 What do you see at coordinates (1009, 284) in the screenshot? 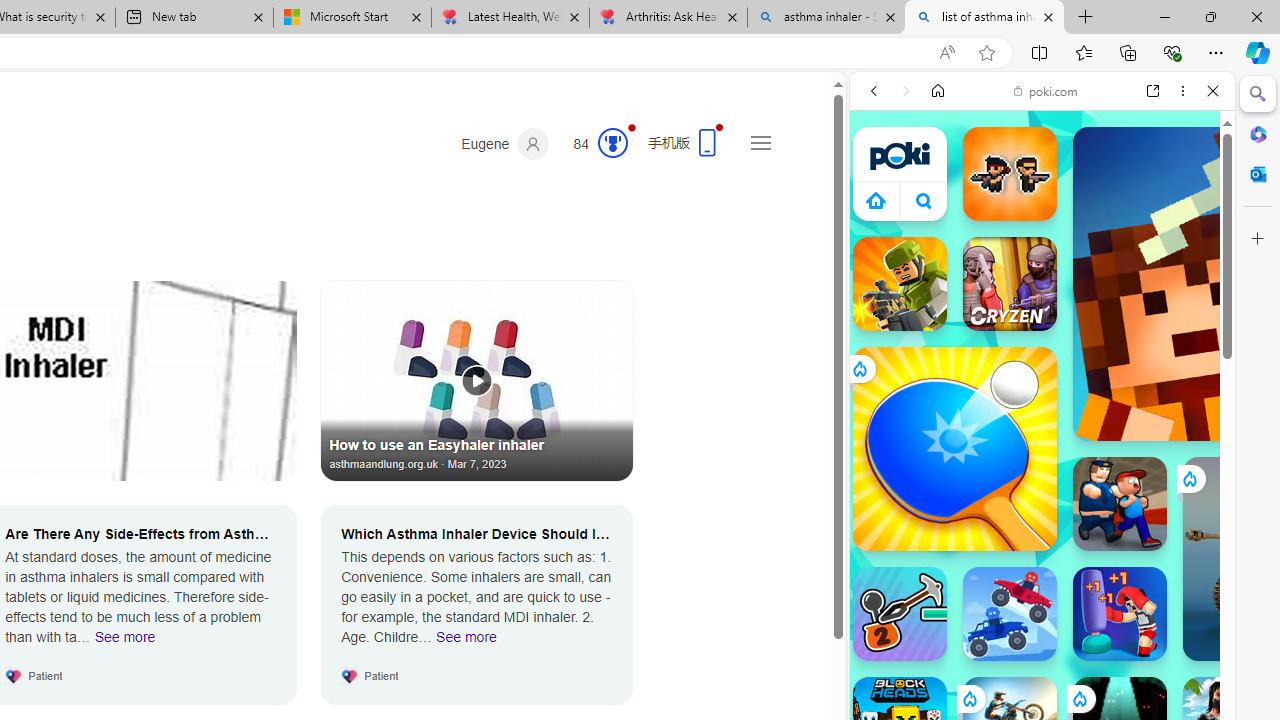
I see `'Cryzen.io'` at bounding box center [1009, 284].